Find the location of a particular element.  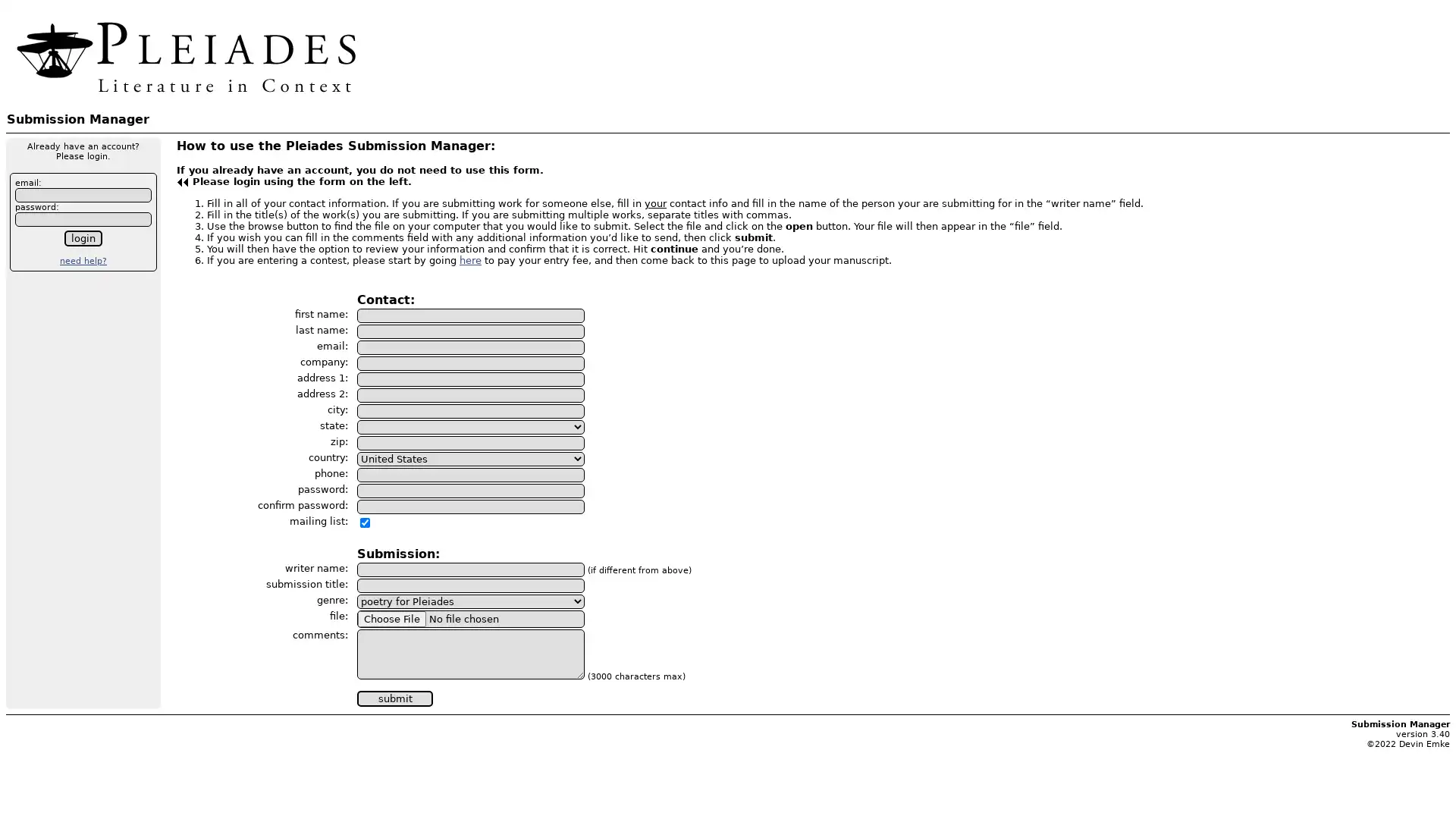

Choose File is located at coordinates (392, 618).